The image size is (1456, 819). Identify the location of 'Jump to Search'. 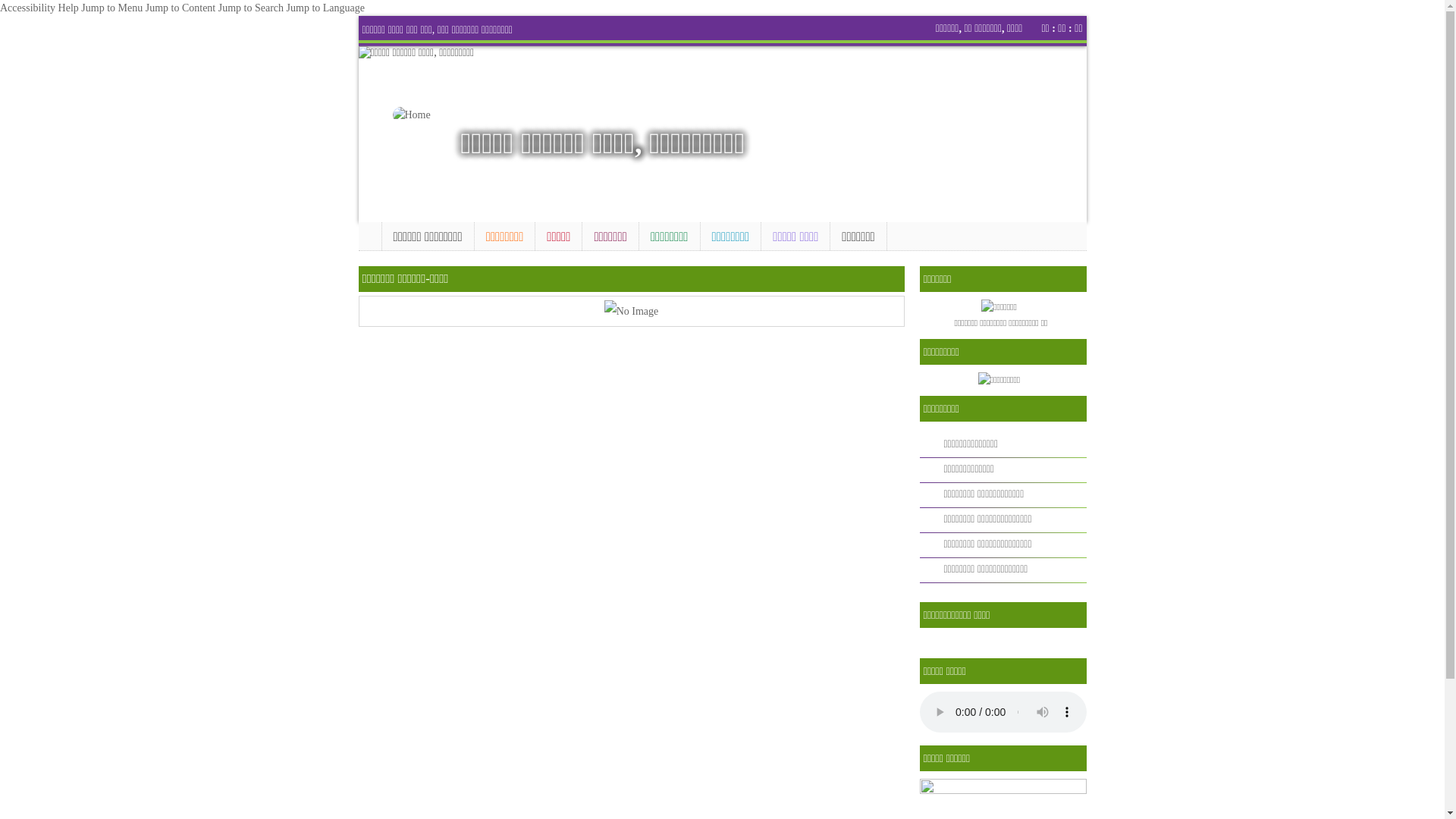
(218, 8).